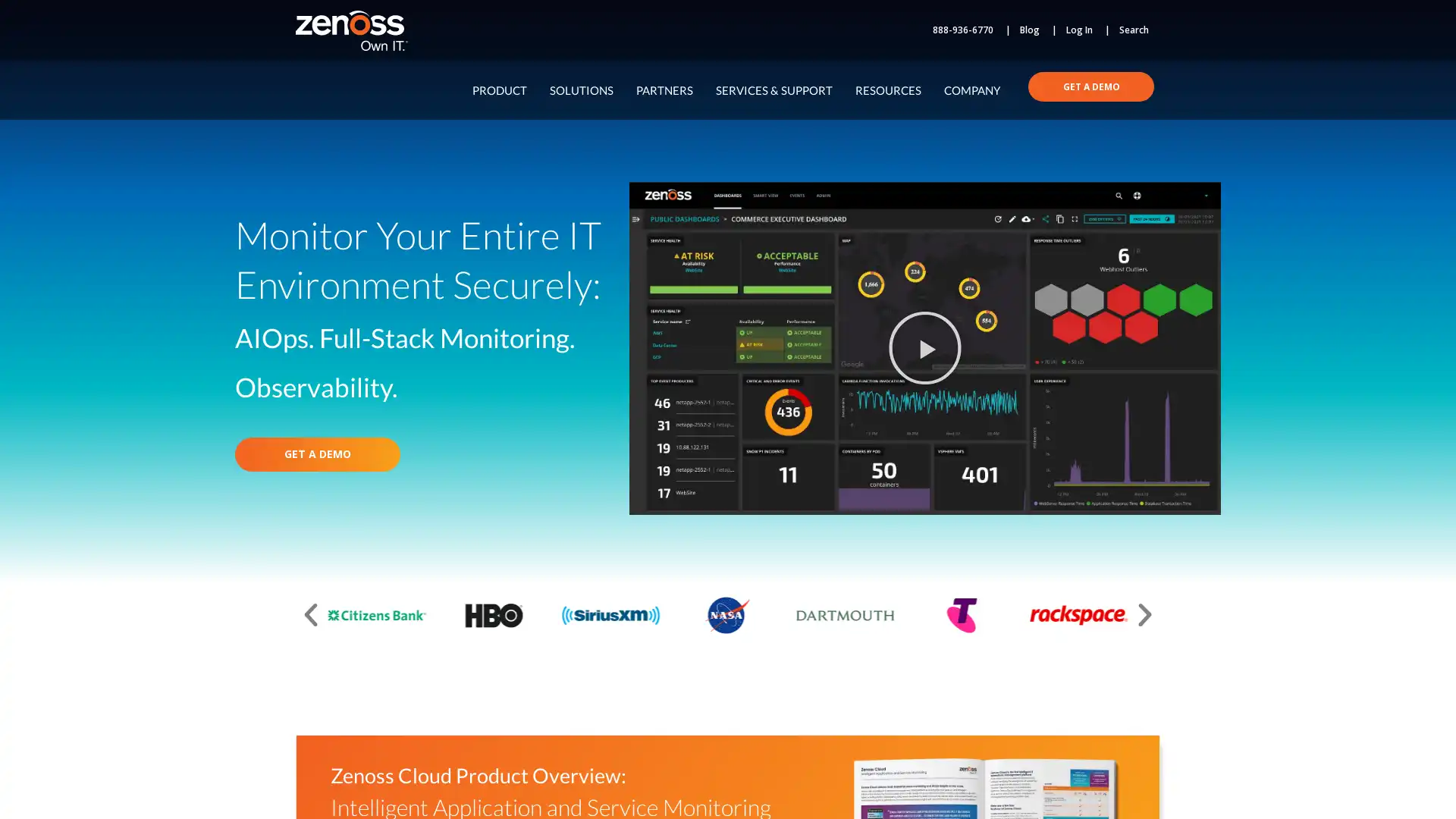 The height and width of the screenshot is (819, 1456). Describe the element at coordinates (309, 614) in the screenshot. I see `Previous slide` at that location.